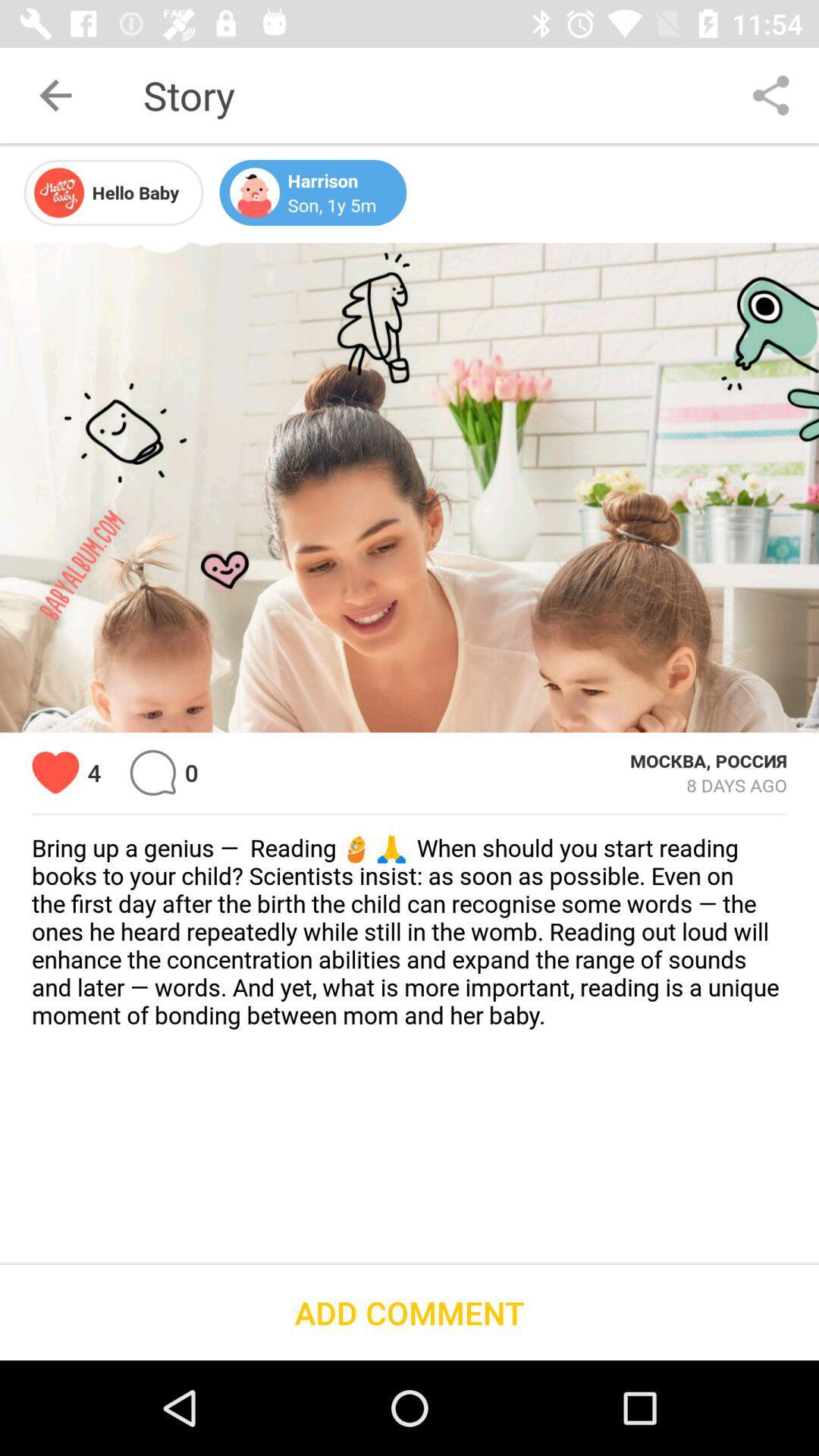 The width and height of the screenshot is (819, 1456). Describe the element at coordinates (55, 773) in the screenshot. I see `icon to the left of 4` at that location.